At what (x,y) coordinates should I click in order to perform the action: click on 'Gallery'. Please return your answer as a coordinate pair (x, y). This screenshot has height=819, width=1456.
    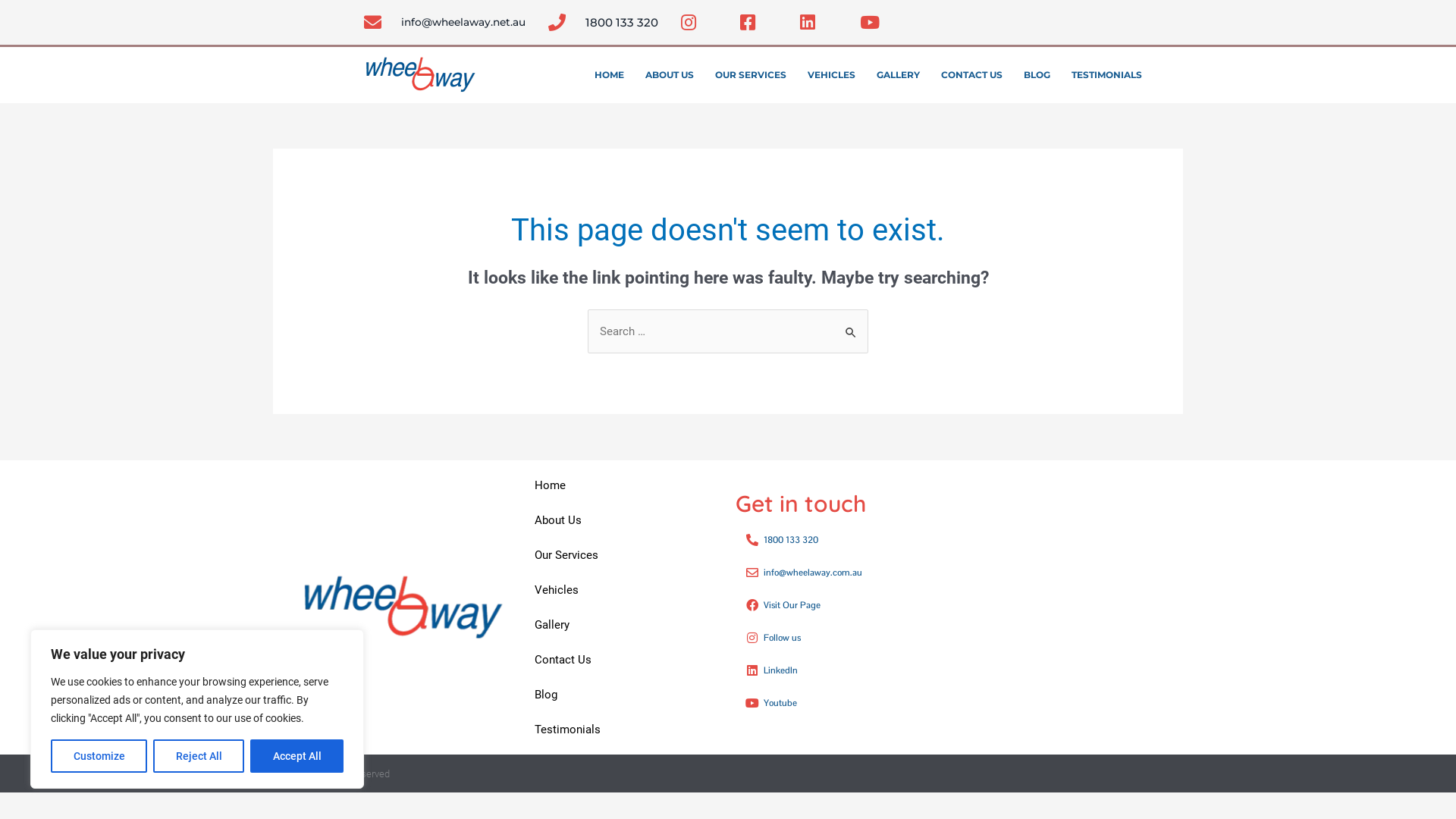
    Looking at the image, I should click on (620, 625).